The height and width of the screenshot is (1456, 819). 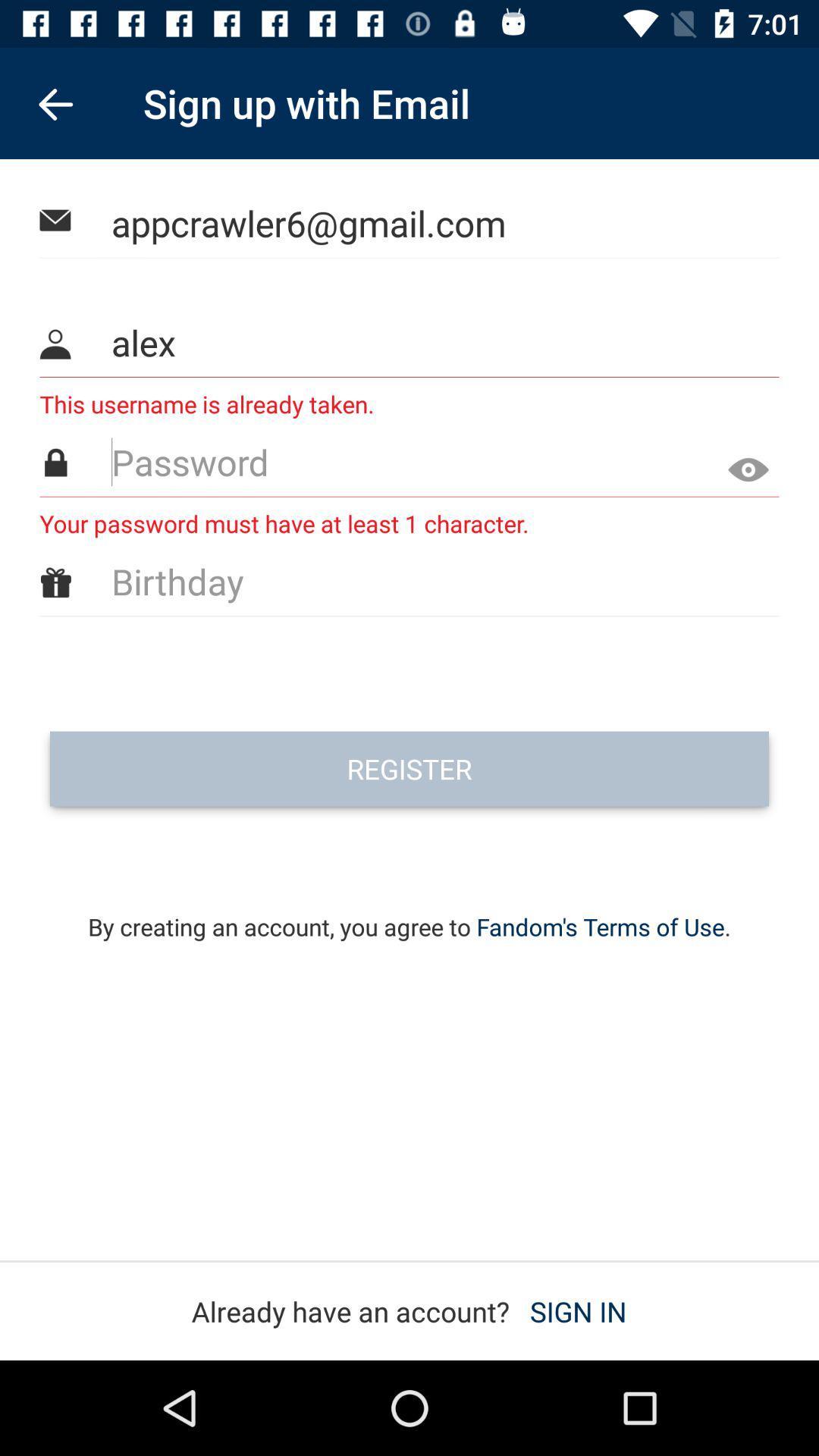 I want to click on the alex item, so click(x=410, y=341).